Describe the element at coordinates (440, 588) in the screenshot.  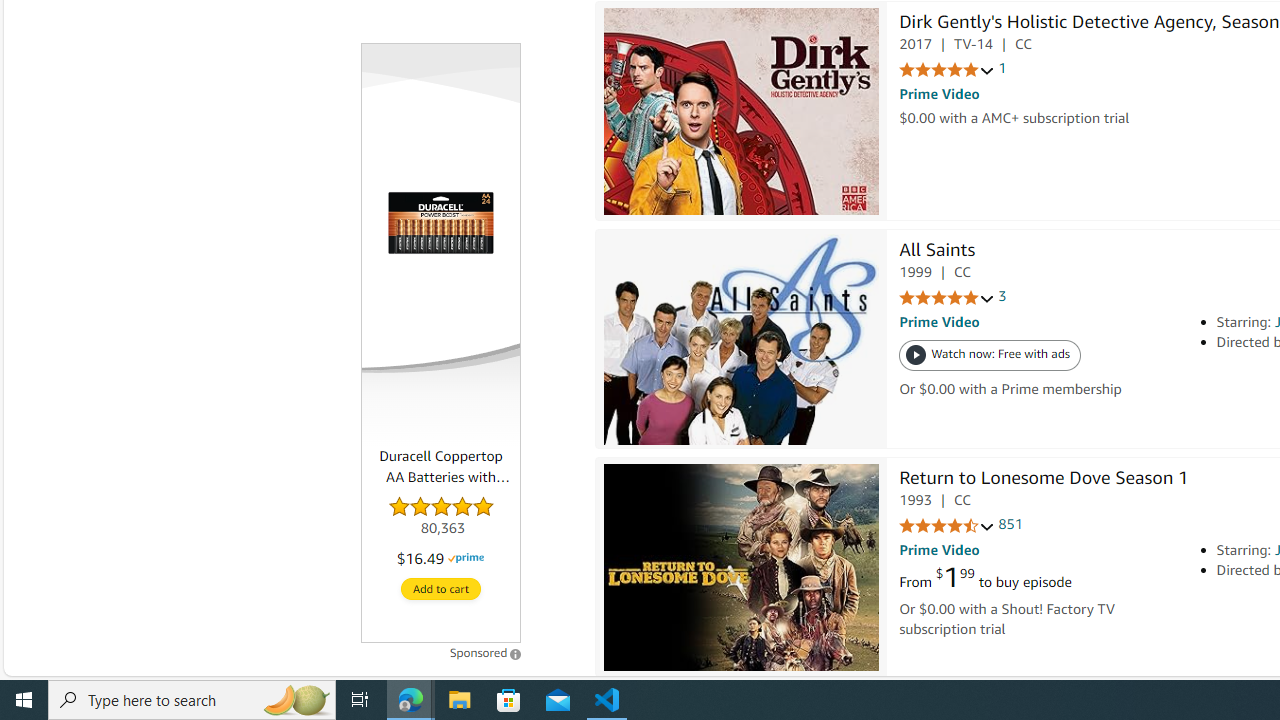
I see `'Add to cart'` at that location.